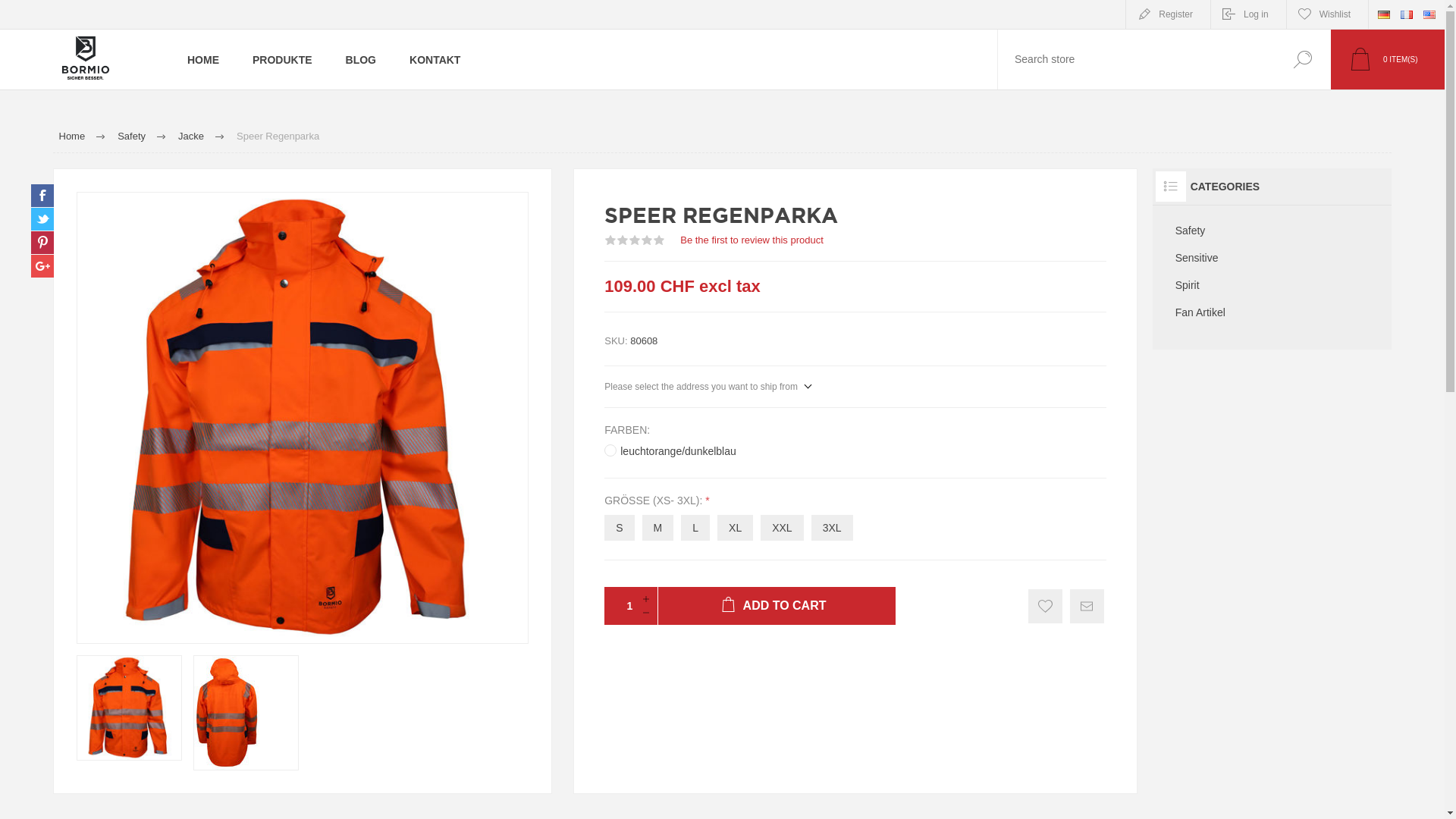 The image size is (1456, 819). Describe the element at coordinates (1429, 14) in the screenshot. I see `'English'` at that location.